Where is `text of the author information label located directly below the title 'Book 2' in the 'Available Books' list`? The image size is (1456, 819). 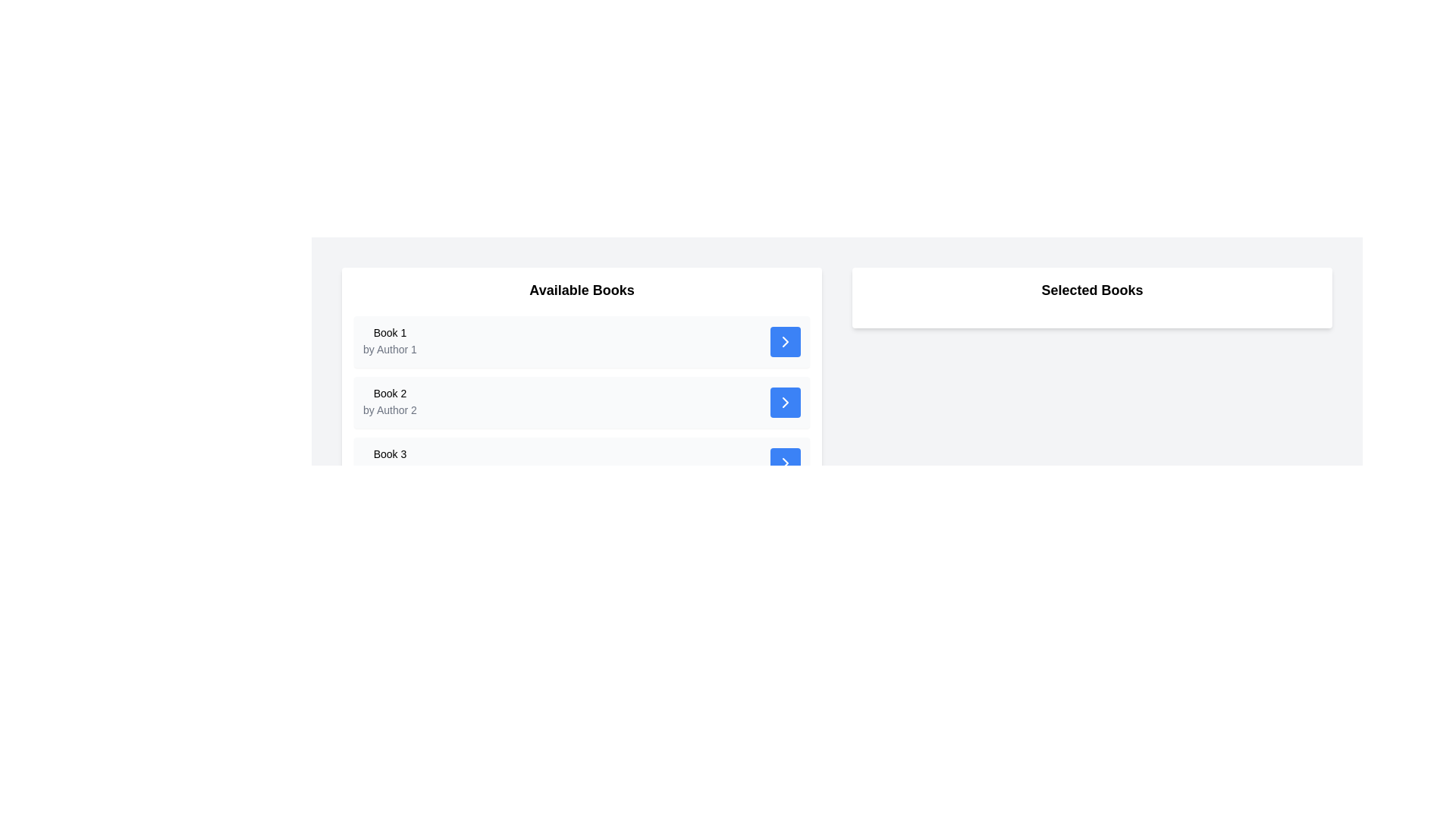
text of the author information label located directly below the title 'Book 2' in the 'Available Books' list is located at coordinates (390, 409).